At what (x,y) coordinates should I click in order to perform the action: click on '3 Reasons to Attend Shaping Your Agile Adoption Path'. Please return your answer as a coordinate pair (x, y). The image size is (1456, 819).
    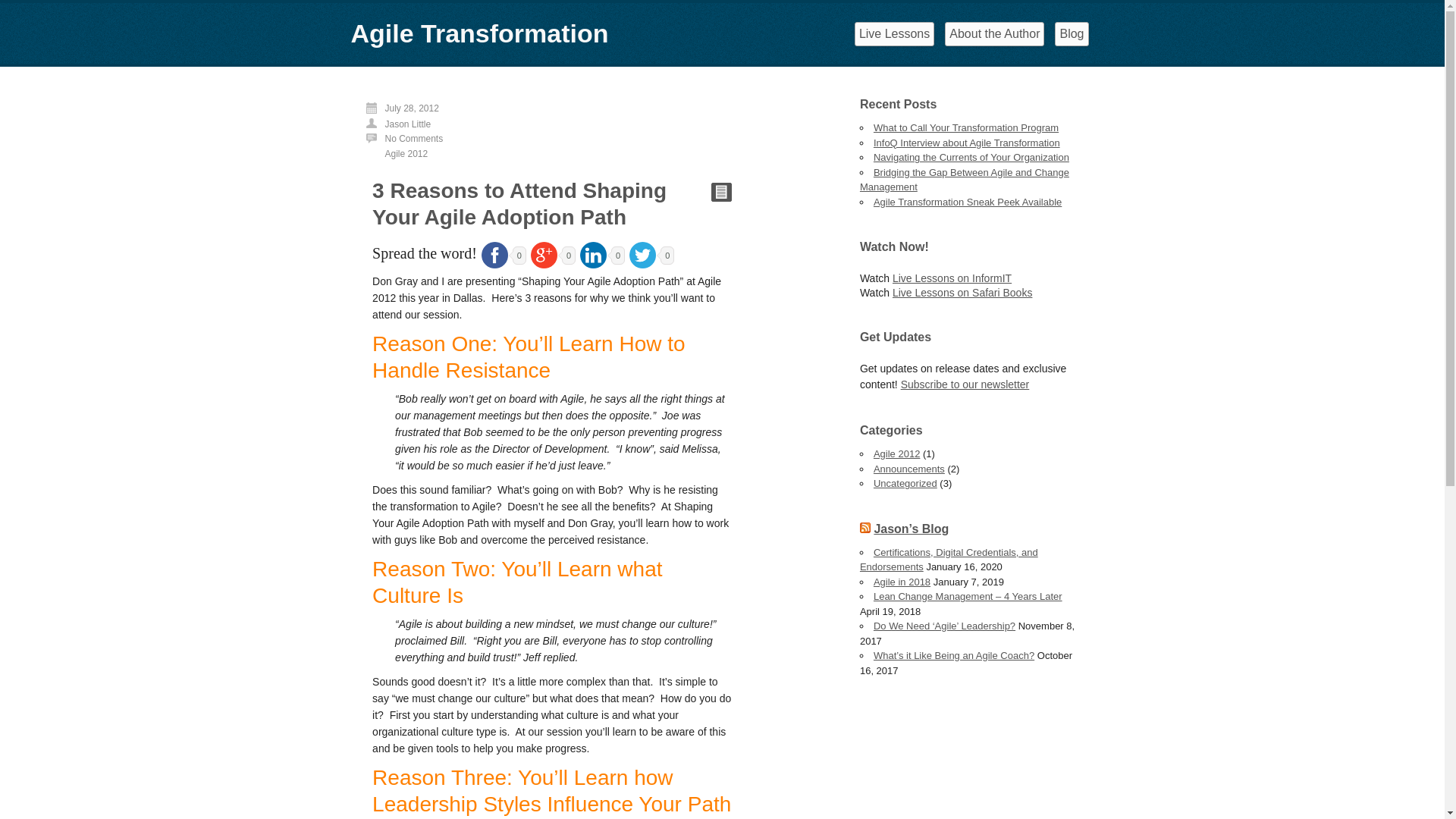
    Looking at the image, I should click on (519, 203).